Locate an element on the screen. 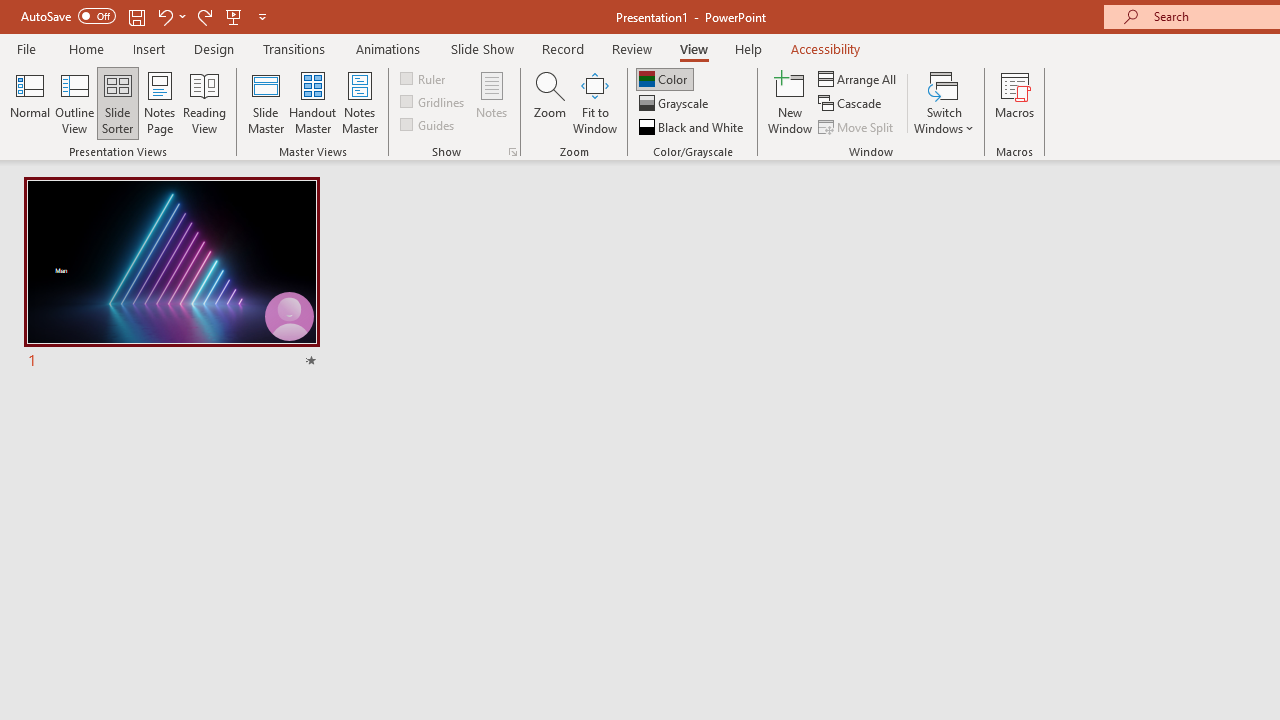  'Black and White' is located at coordinates (693, 127).